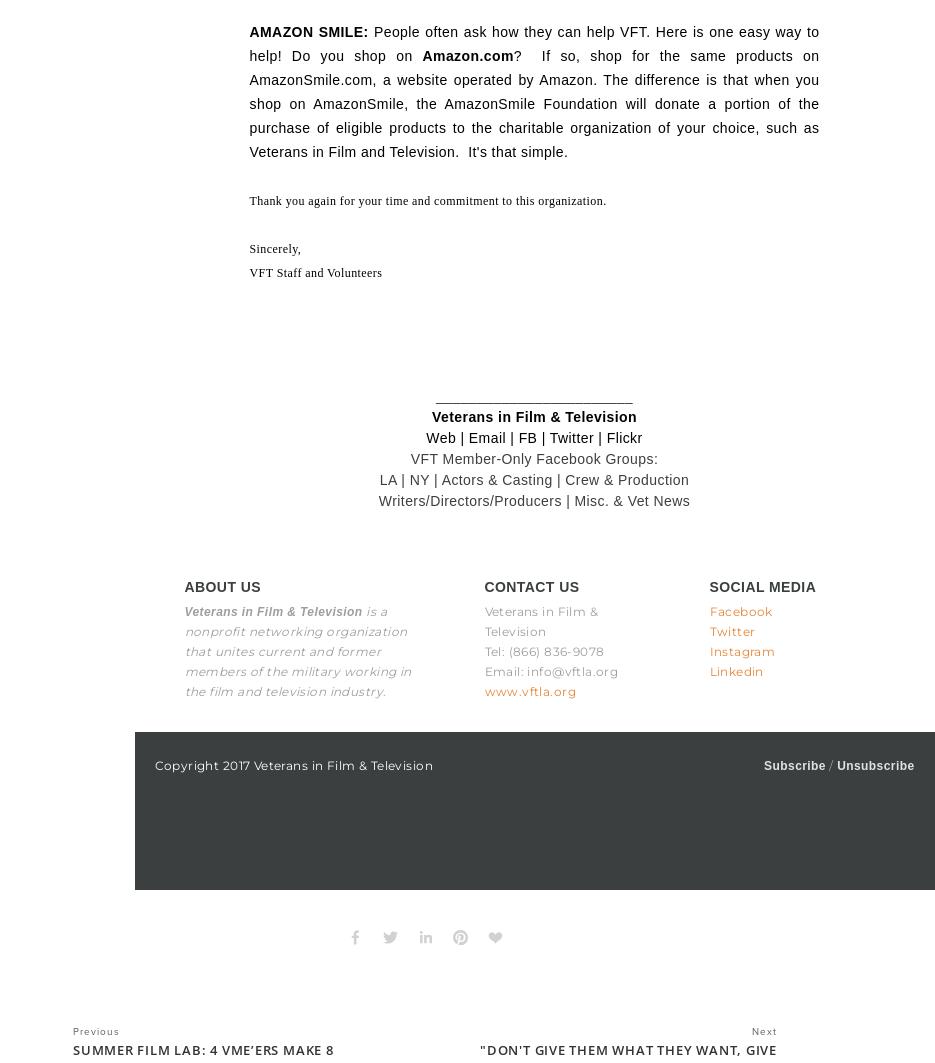  What do you see at coordinates (604, 436) in the screenshot?
I see `'Flickr'` at bounding box center [604, 436].